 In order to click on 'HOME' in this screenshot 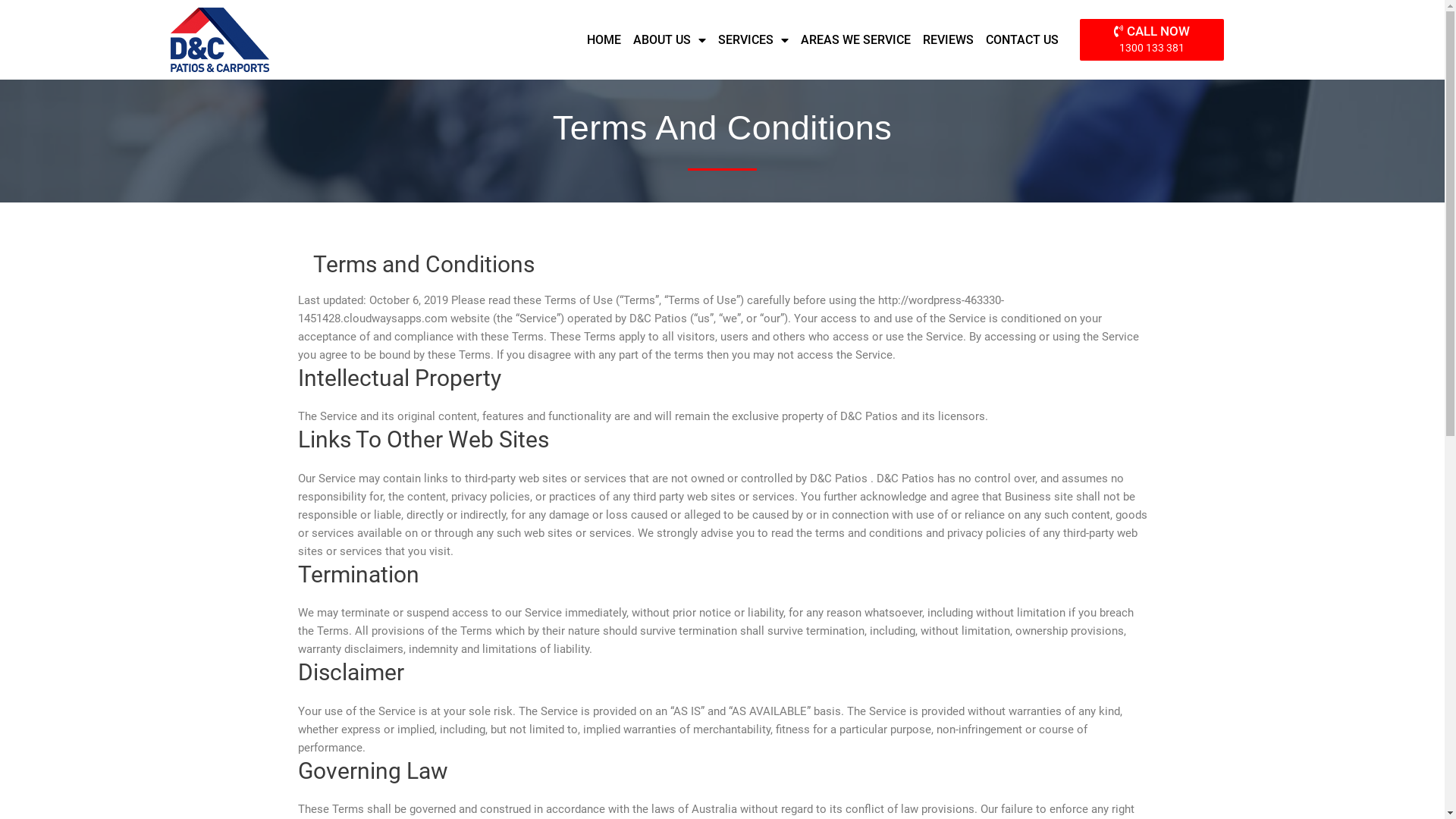, I will do `click(603, 38)`.